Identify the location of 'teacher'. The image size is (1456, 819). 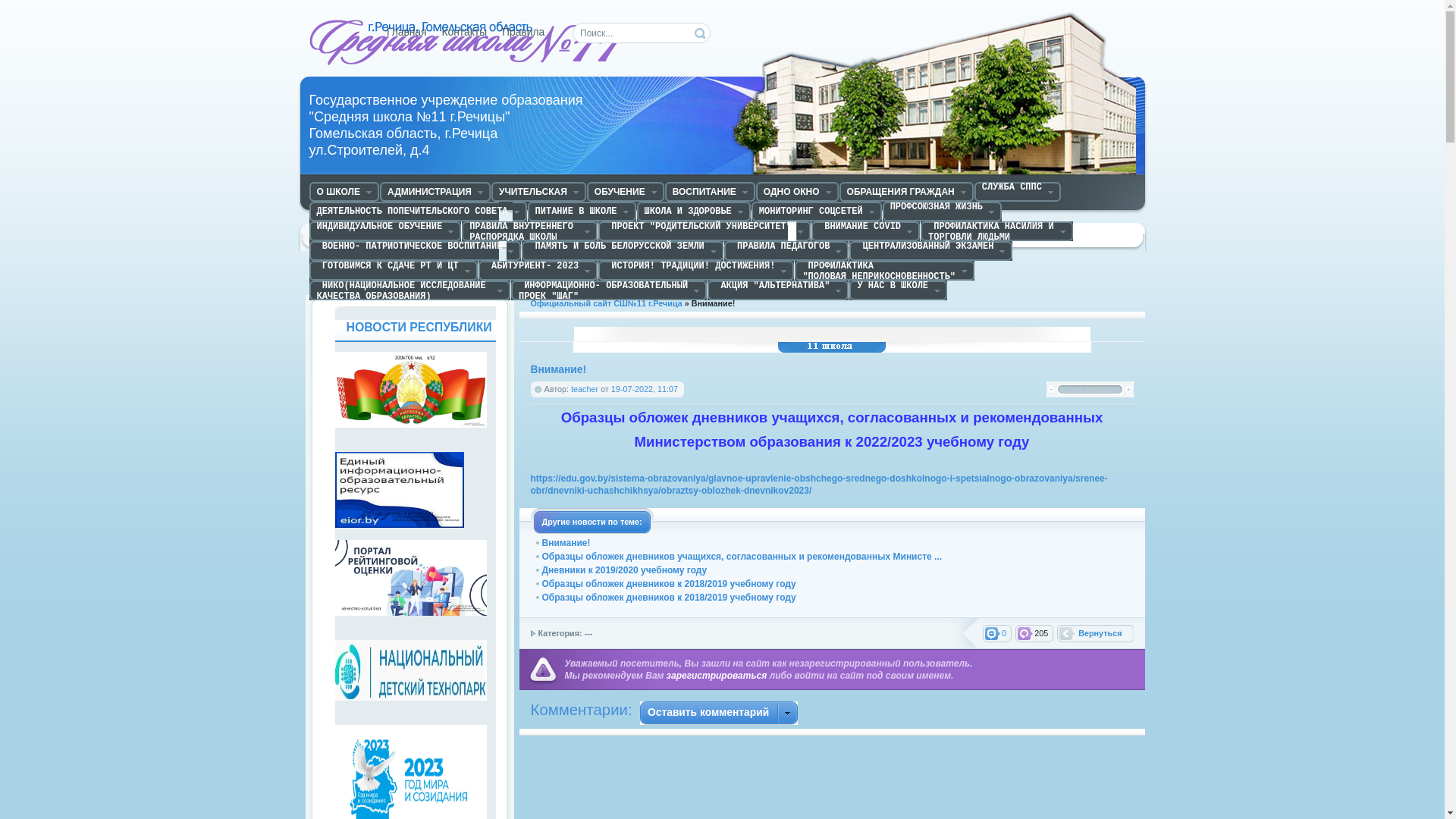
(584, 388).